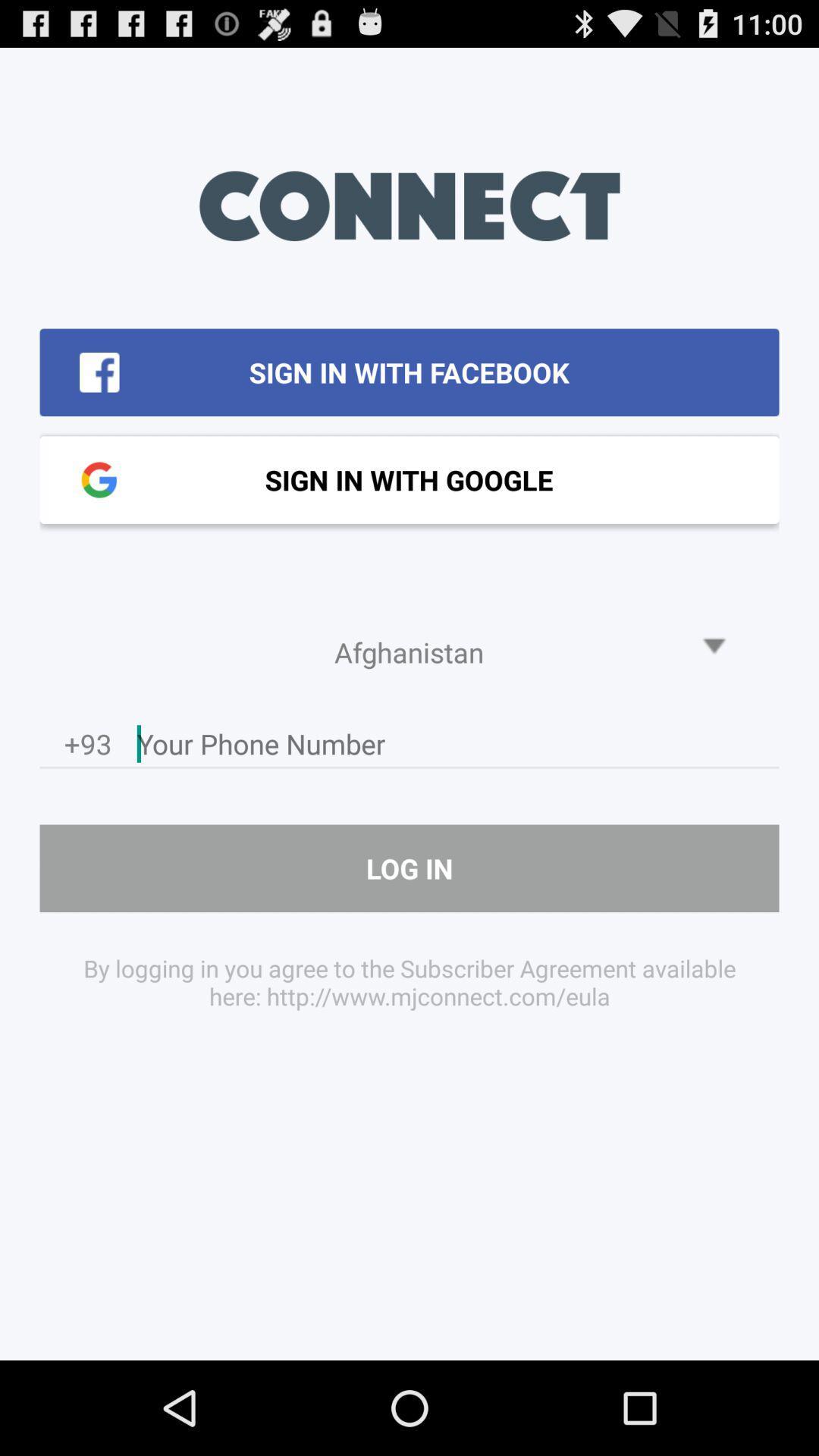  What do you see at coordinates (88, 748) in the screenshot?
I see `icon above the log in` at bounding box center [88, 748].